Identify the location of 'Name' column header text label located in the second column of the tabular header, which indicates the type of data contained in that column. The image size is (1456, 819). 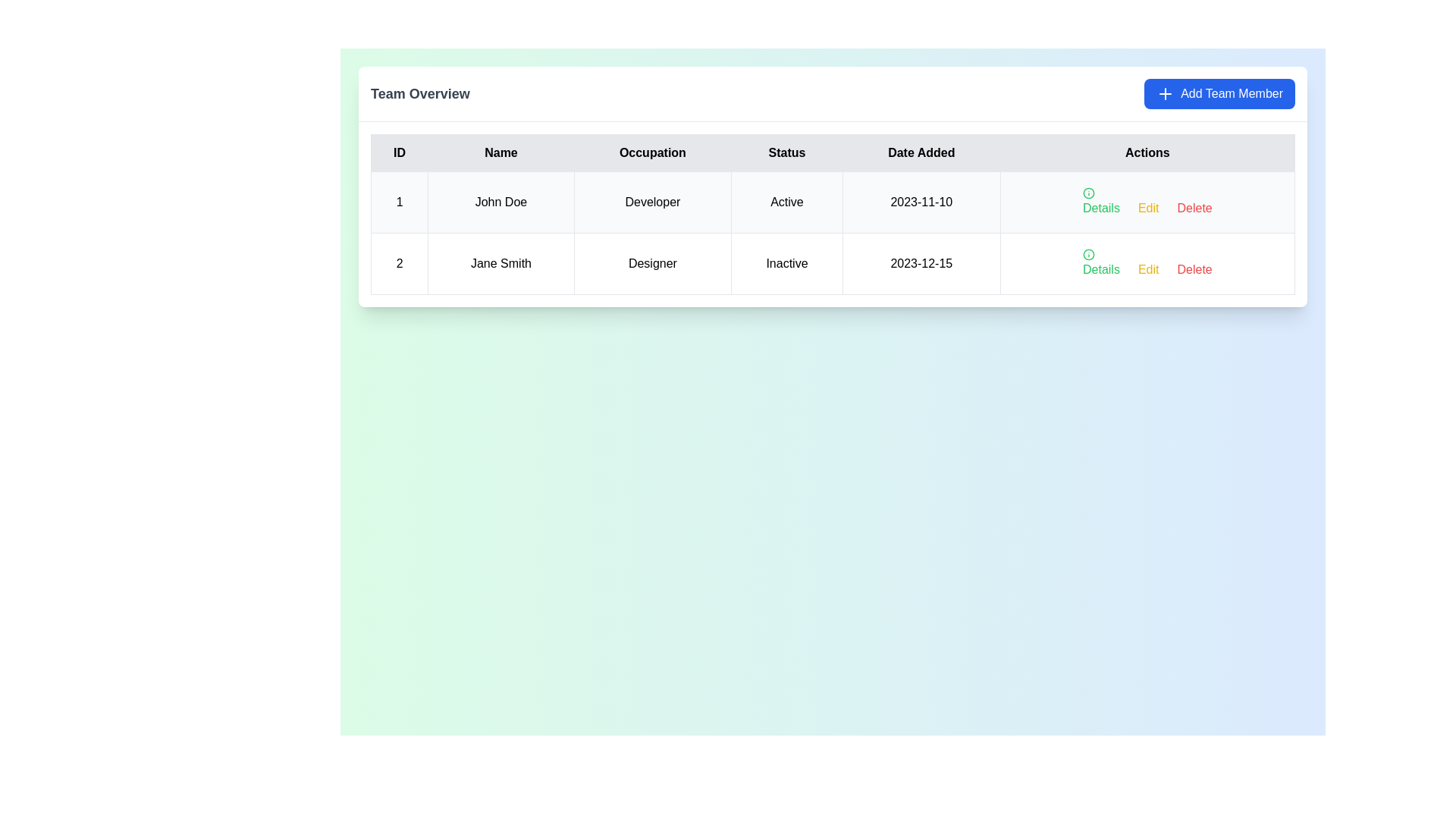
(501, 152).